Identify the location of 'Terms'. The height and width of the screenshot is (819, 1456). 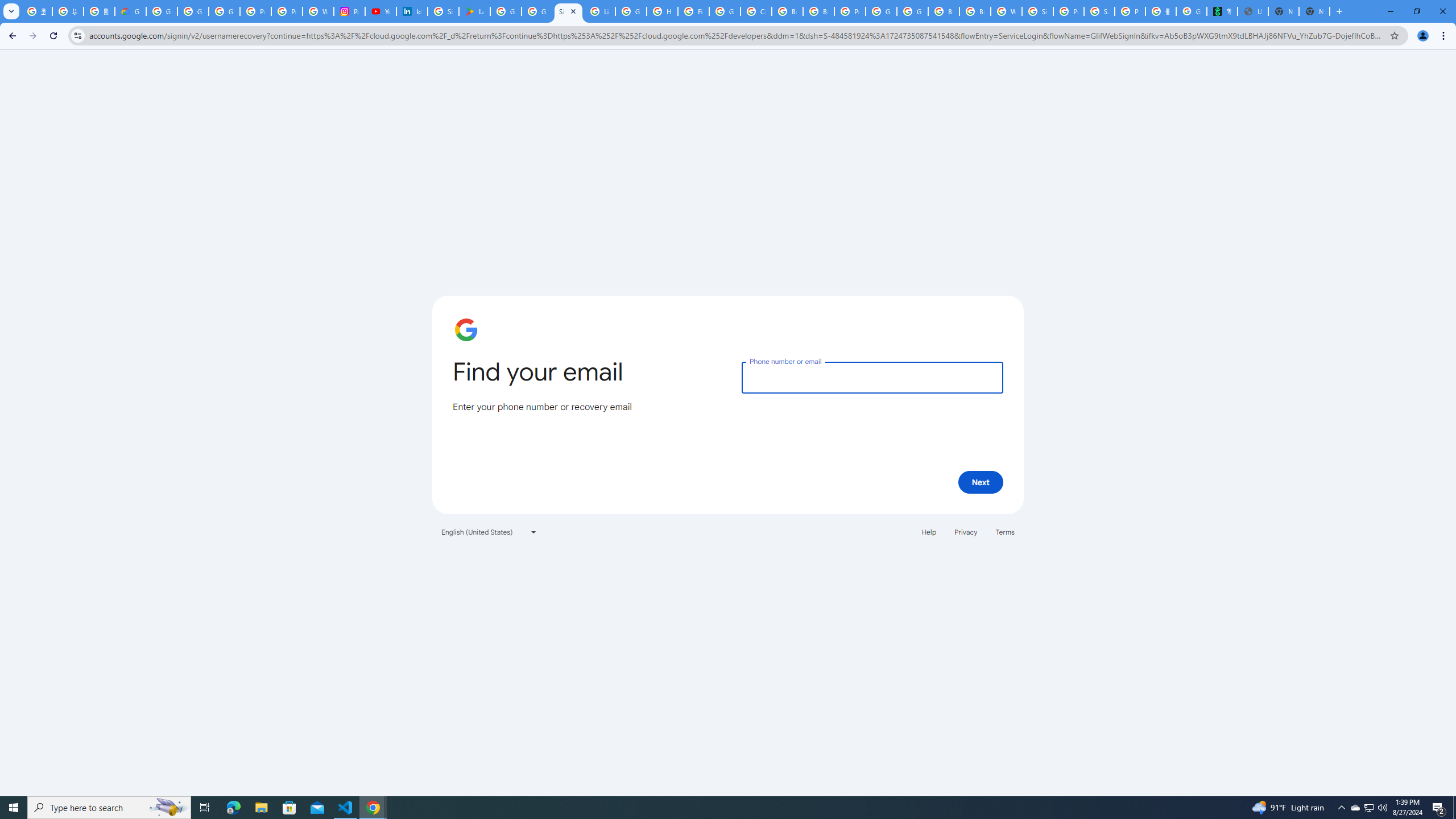
(1004, 531).